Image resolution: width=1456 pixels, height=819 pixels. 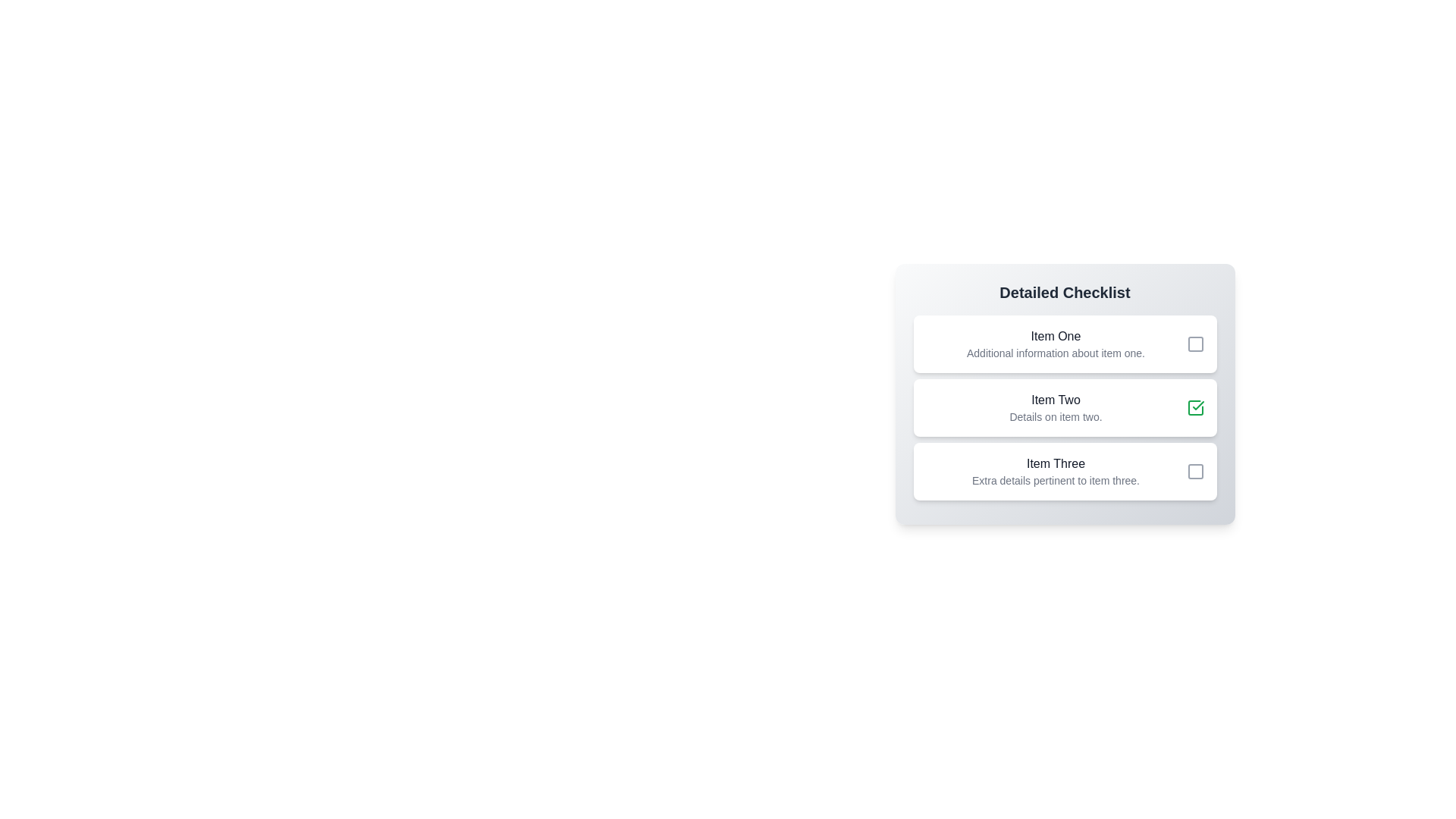 I want to click on the 'Item Three' text label, which is a medium font weight gray-black label at the top of the third item in the 'Detailed Checklist' panel, so click(x=1055, y=463).